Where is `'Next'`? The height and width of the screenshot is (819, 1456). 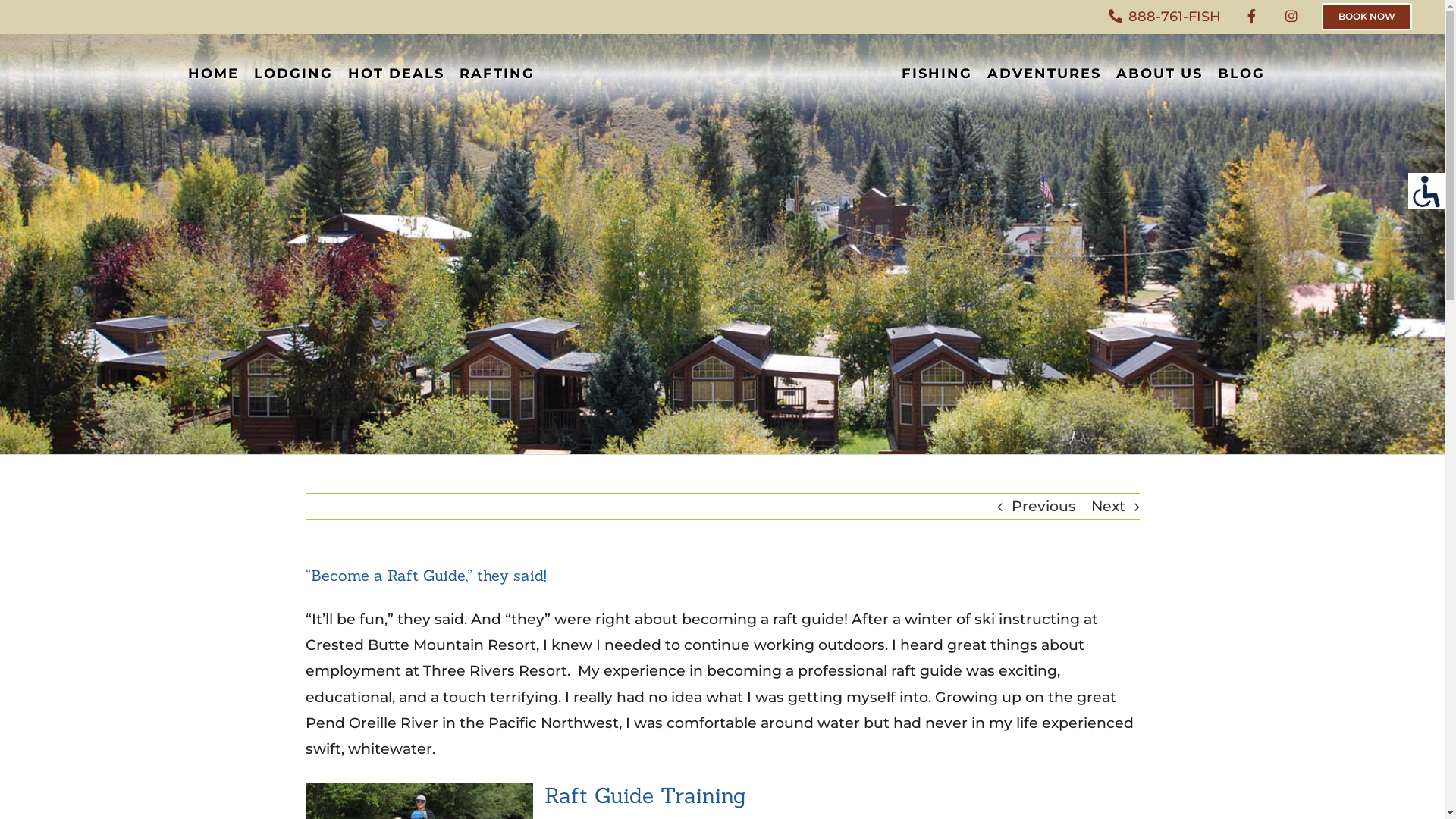
'Next' is located at coordinates (1090, 506).